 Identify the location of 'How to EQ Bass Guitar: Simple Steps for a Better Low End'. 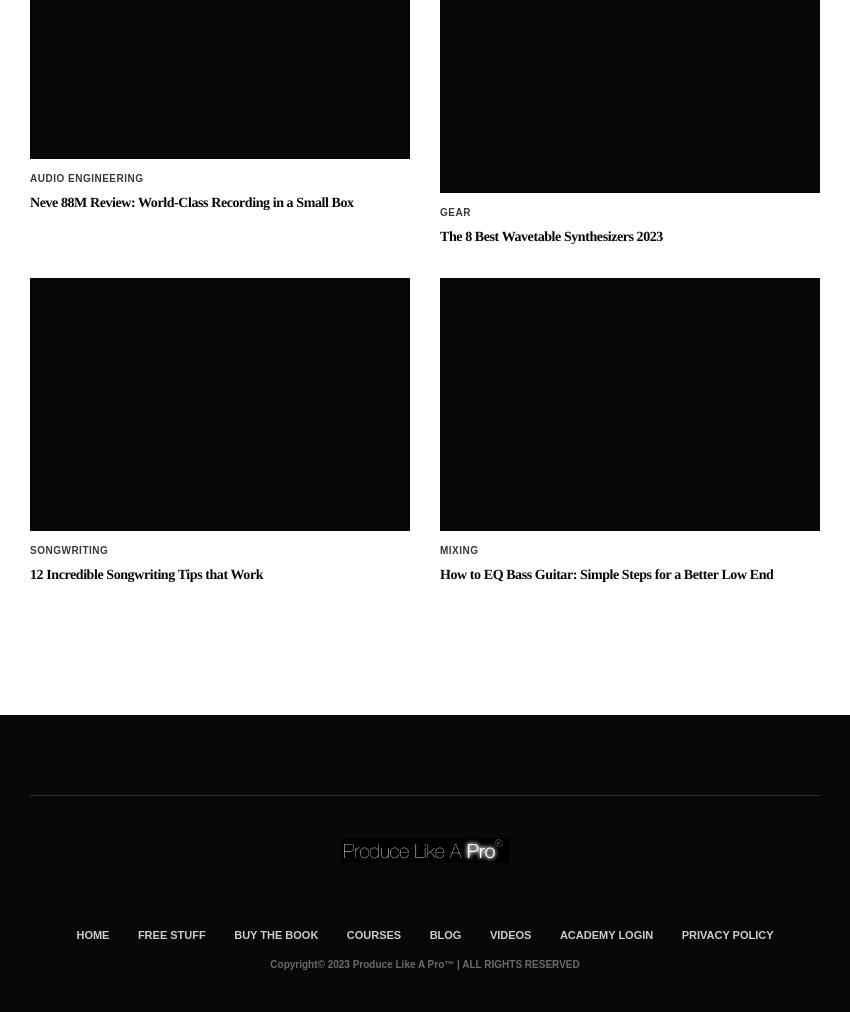
(438, 413).